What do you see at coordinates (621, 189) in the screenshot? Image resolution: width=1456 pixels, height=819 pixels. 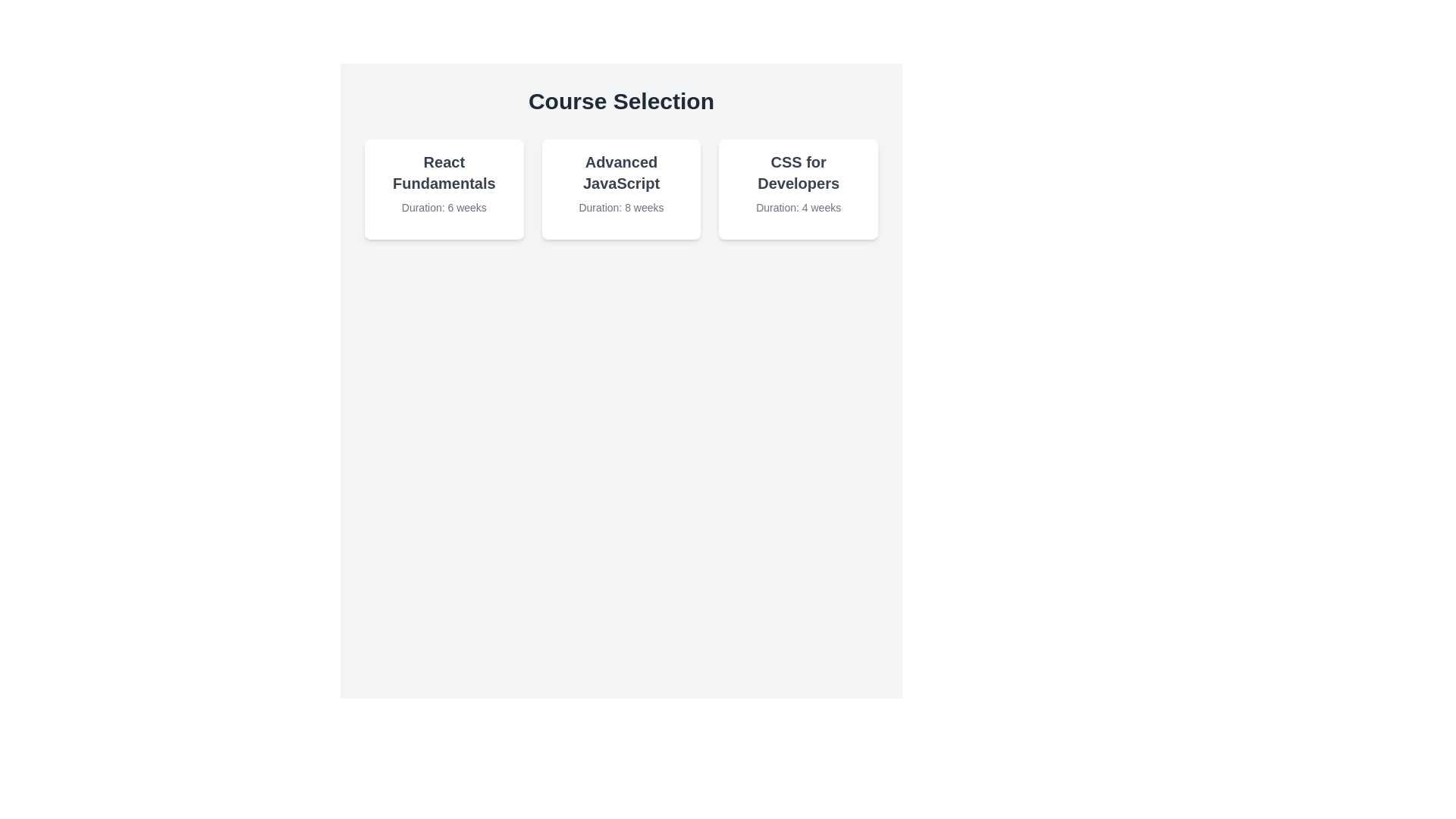 I see `the grid layout containing course items, which includes the titles 'React Fundamentals', 'Advanced JavaScript', and 'CSS for Developers' arranged in three blocks with a white background and rounded corners` at bounding box center [621, 189].